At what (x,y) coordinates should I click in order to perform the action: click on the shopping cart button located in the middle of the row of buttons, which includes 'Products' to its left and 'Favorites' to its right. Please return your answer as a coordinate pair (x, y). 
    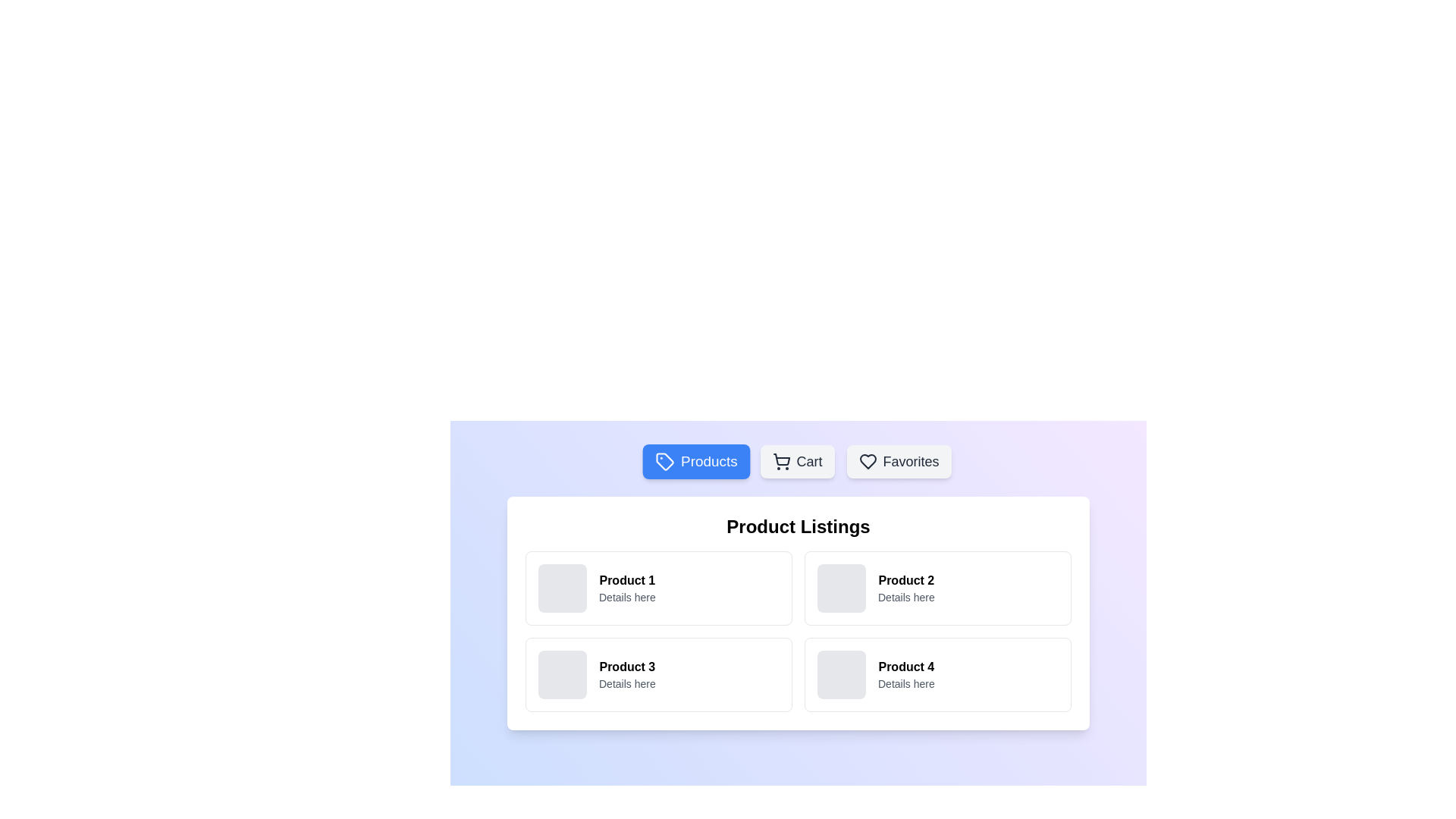
    Looking at the image, I should click on (796, 461).